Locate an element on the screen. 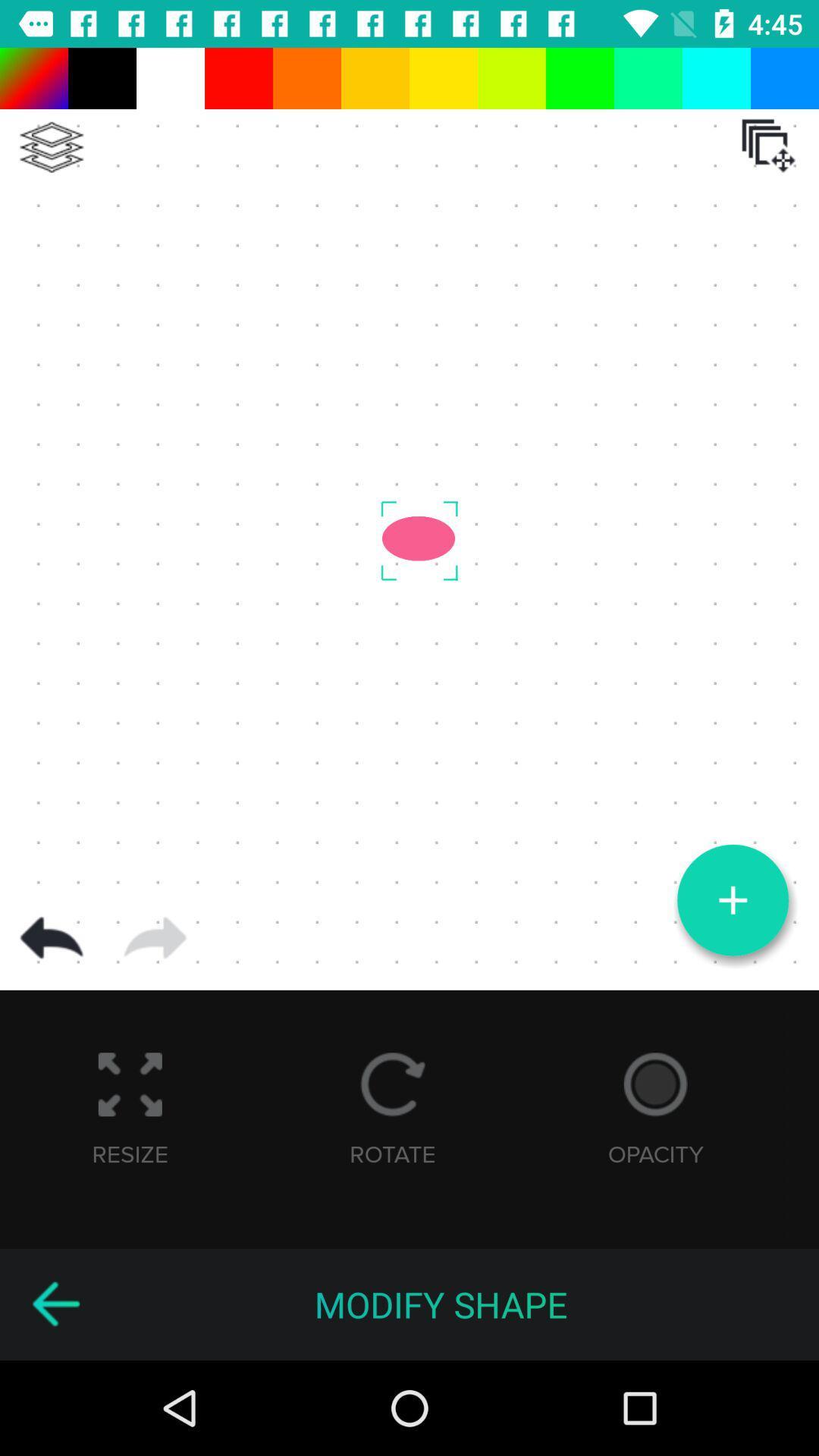 The image size is (819, 1456). go back is located at coordinates (51, 937).